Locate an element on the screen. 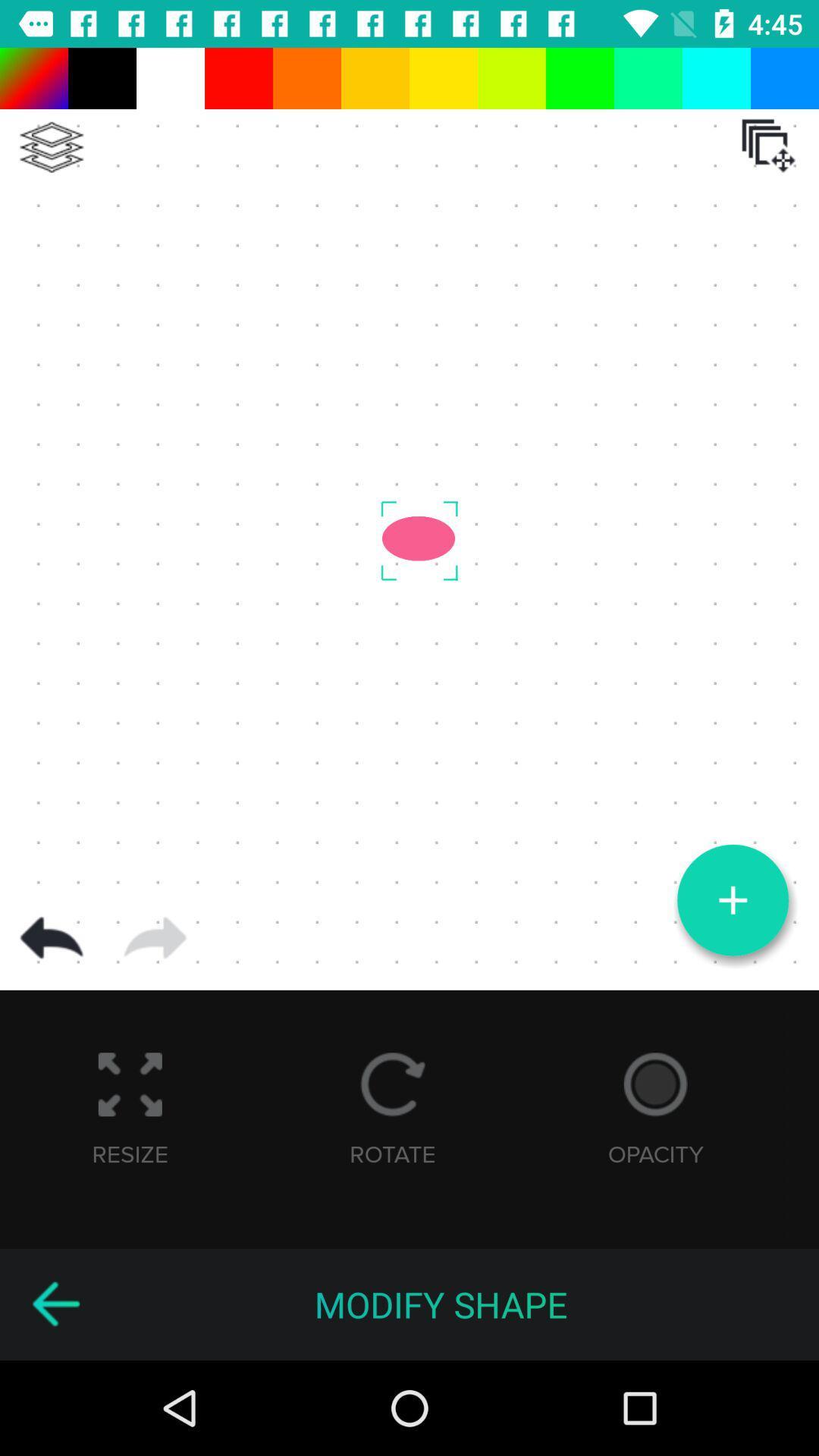 The image size is (819, 1456). go back is located at coordinates (51, 937).